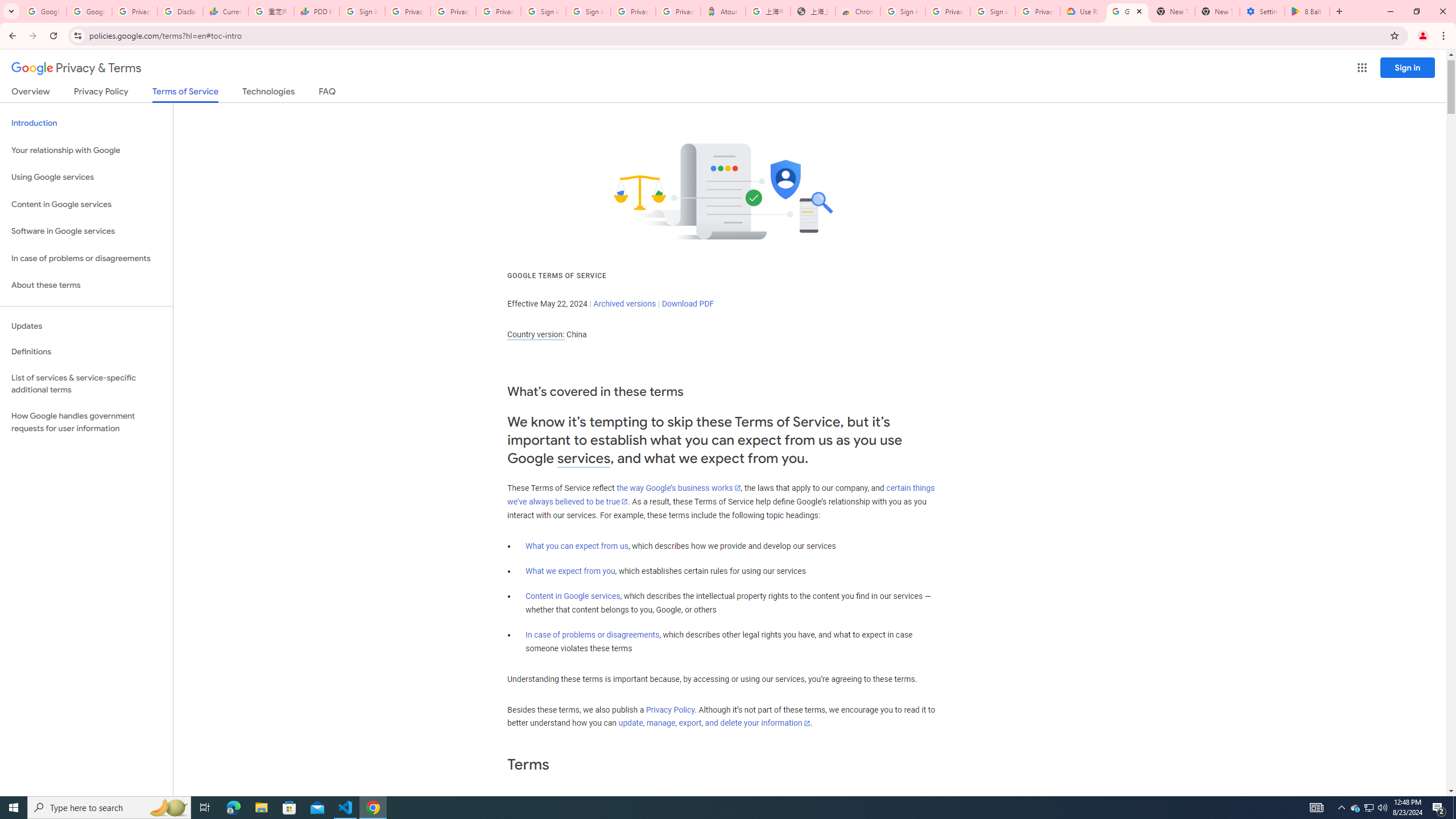 This screenshot has width=1456, height=819. Describe the element at coordinates (86, 422) in the screenshot. I see `'How Google handles government requests for user information'` at that location.